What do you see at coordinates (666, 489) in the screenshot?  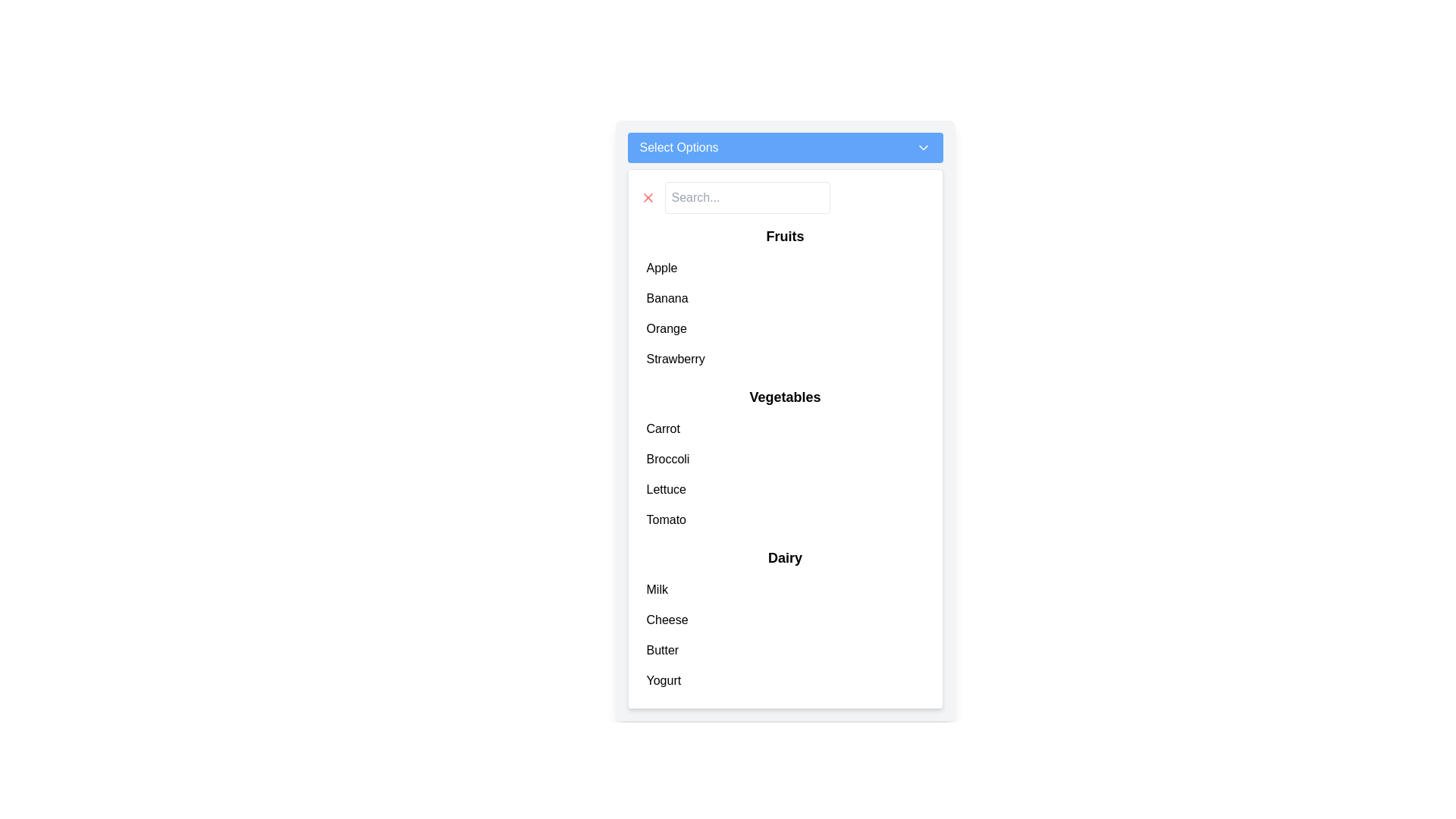 I see `the 'Lettuce' label in the 'Vegetables' section` at bounding box center [666, 489].